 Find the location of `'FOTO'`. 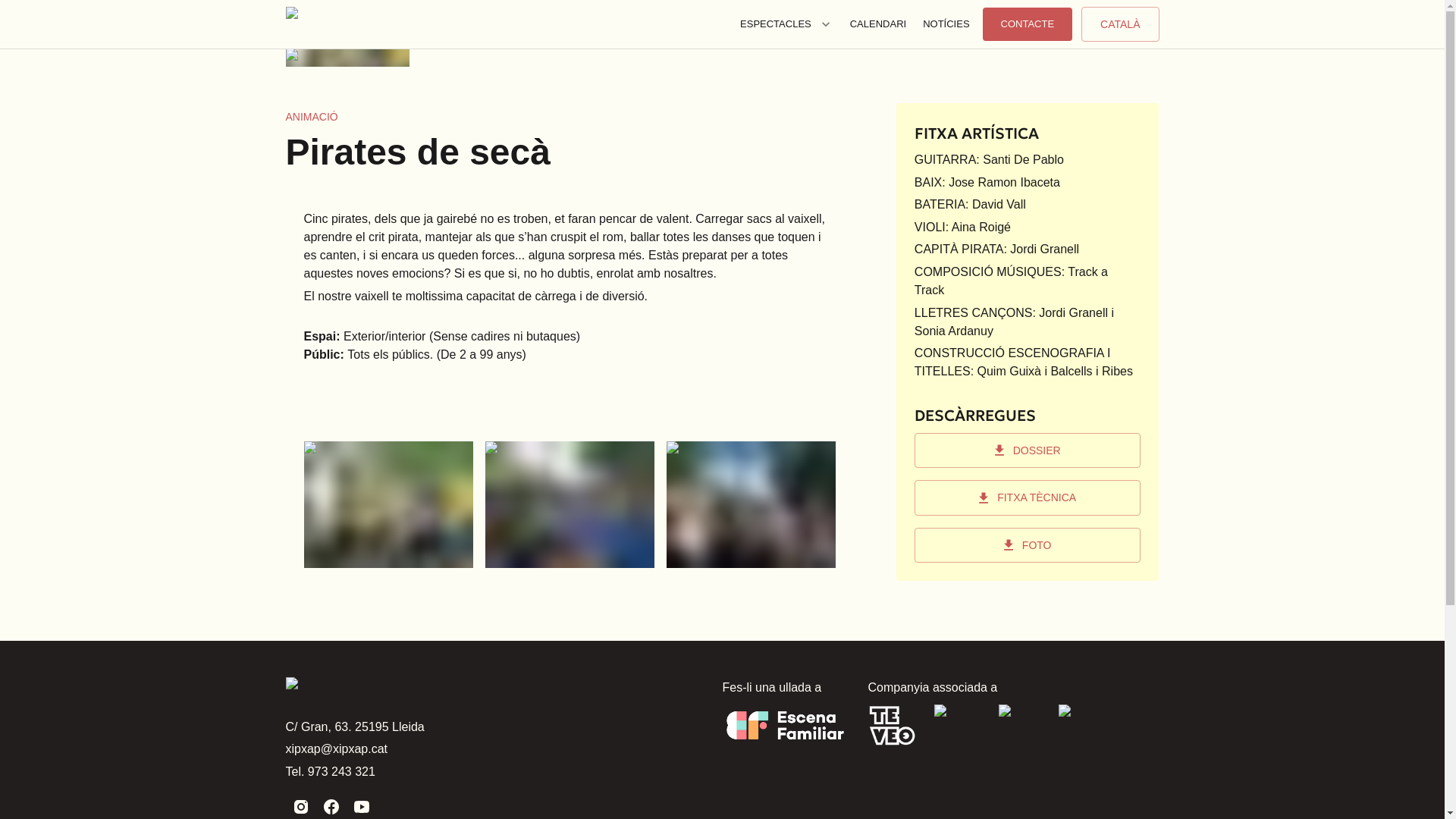

'FOTO' is located at coordinates (1028, 544).